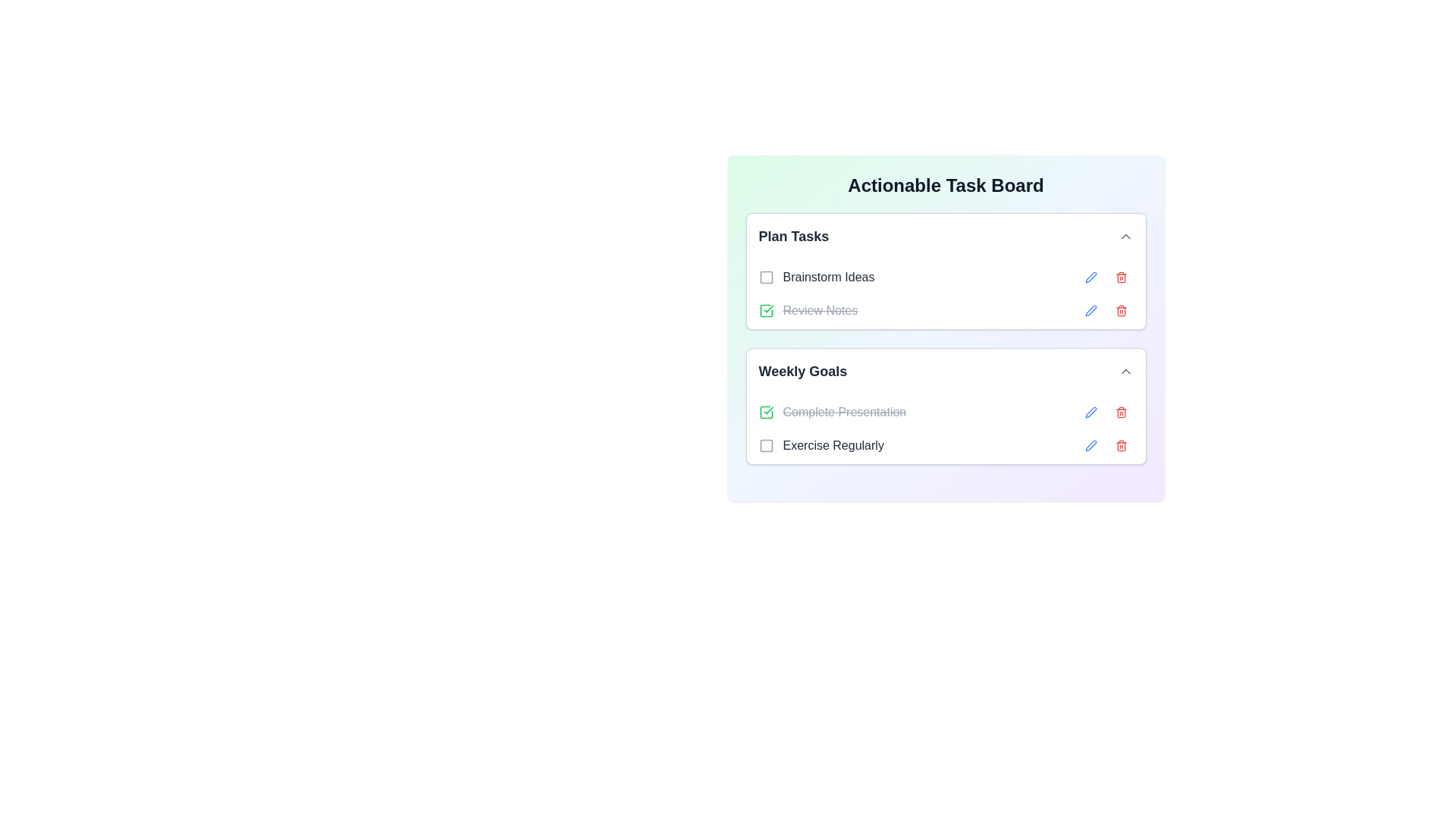 The height and width of the screenshot is (819, 1456). What do you see at coordinates (1090, 444) in the screenshot?
I see `the edit icon located at the bottom section of the 'Weekly Goals' category in the task board interface` at bounding box center [1090, 444].